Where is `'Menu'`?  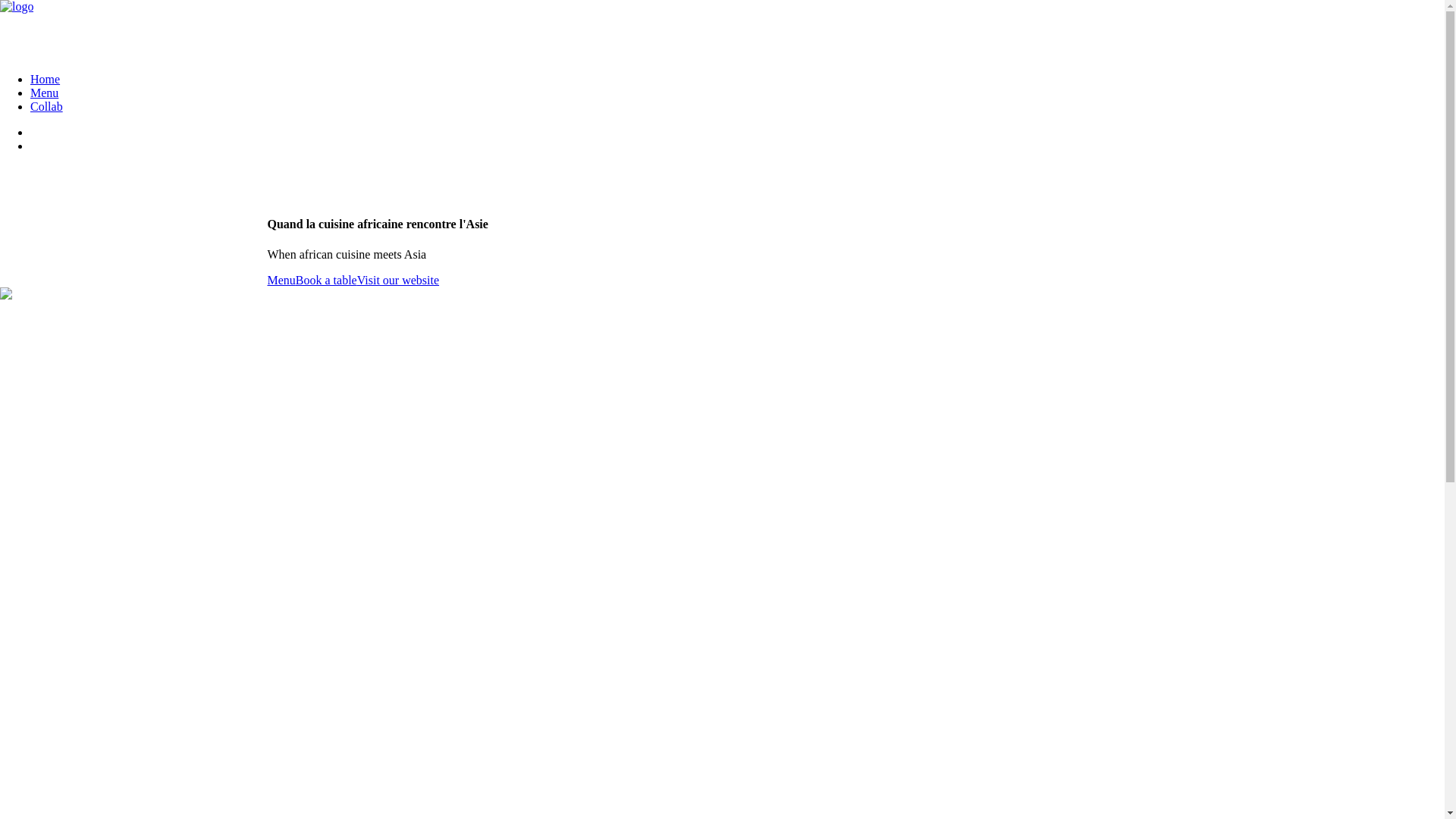 'Menu' is located at coordinates (266, 280).